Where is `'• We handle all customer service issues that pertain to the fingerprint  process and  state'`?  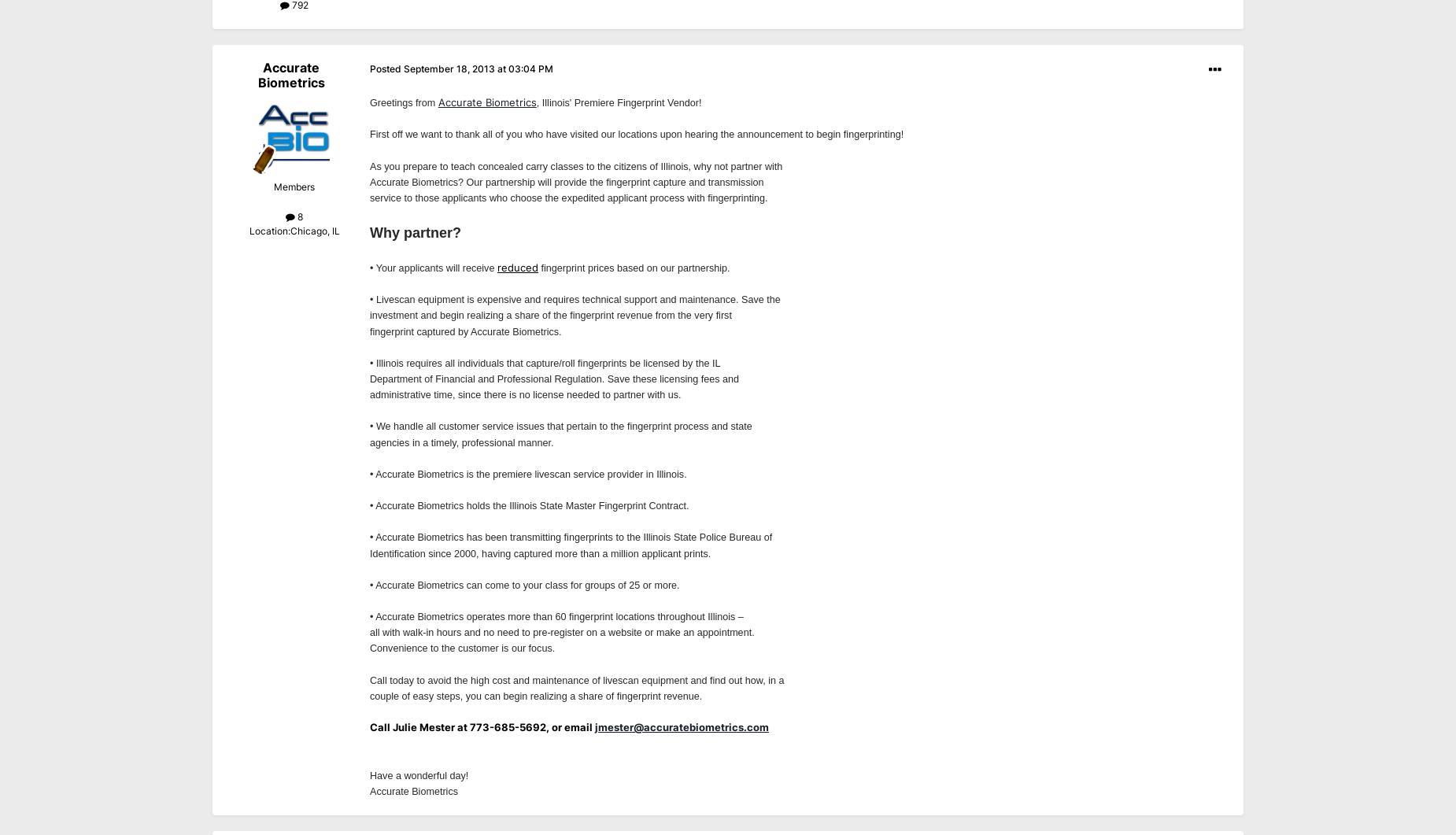
'• We handle all customer service issues that pertain to the fingerprint  process and  state' is located at coordinates (560, 425).